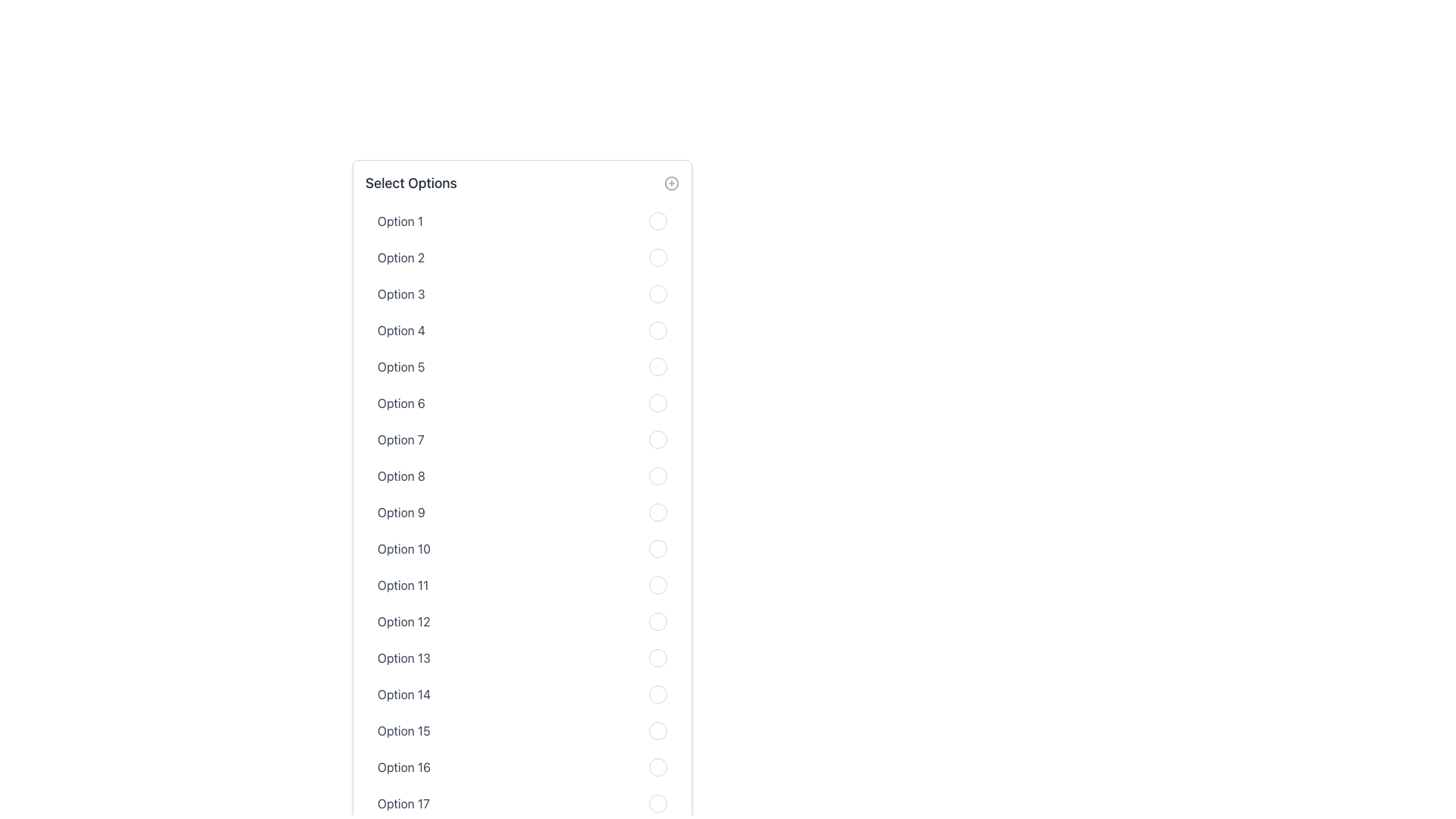  What do you see at coordinates (403, 622) in the screenshot?
I see `the text label displaying 'Option 12', which is styled in gray and located in the 12th position of a vertical list of options` at bounding box center [403, 622].